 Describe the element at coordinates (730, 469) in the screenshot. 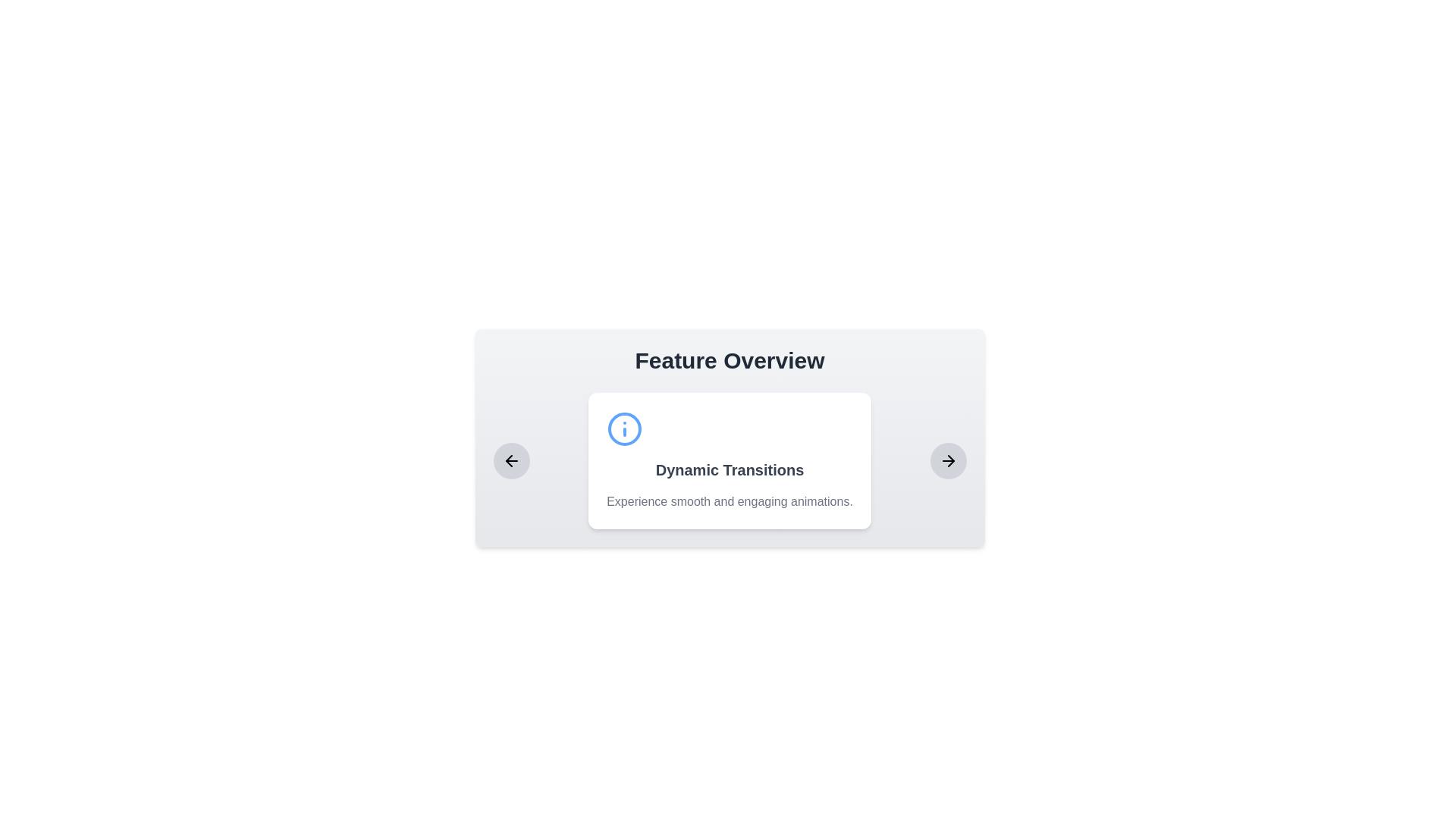

I see `text content of the bold, larger font Text Label that reads 'Dynamic Transitions', located in the upper region of the card component, below the blue information icon` at that location.